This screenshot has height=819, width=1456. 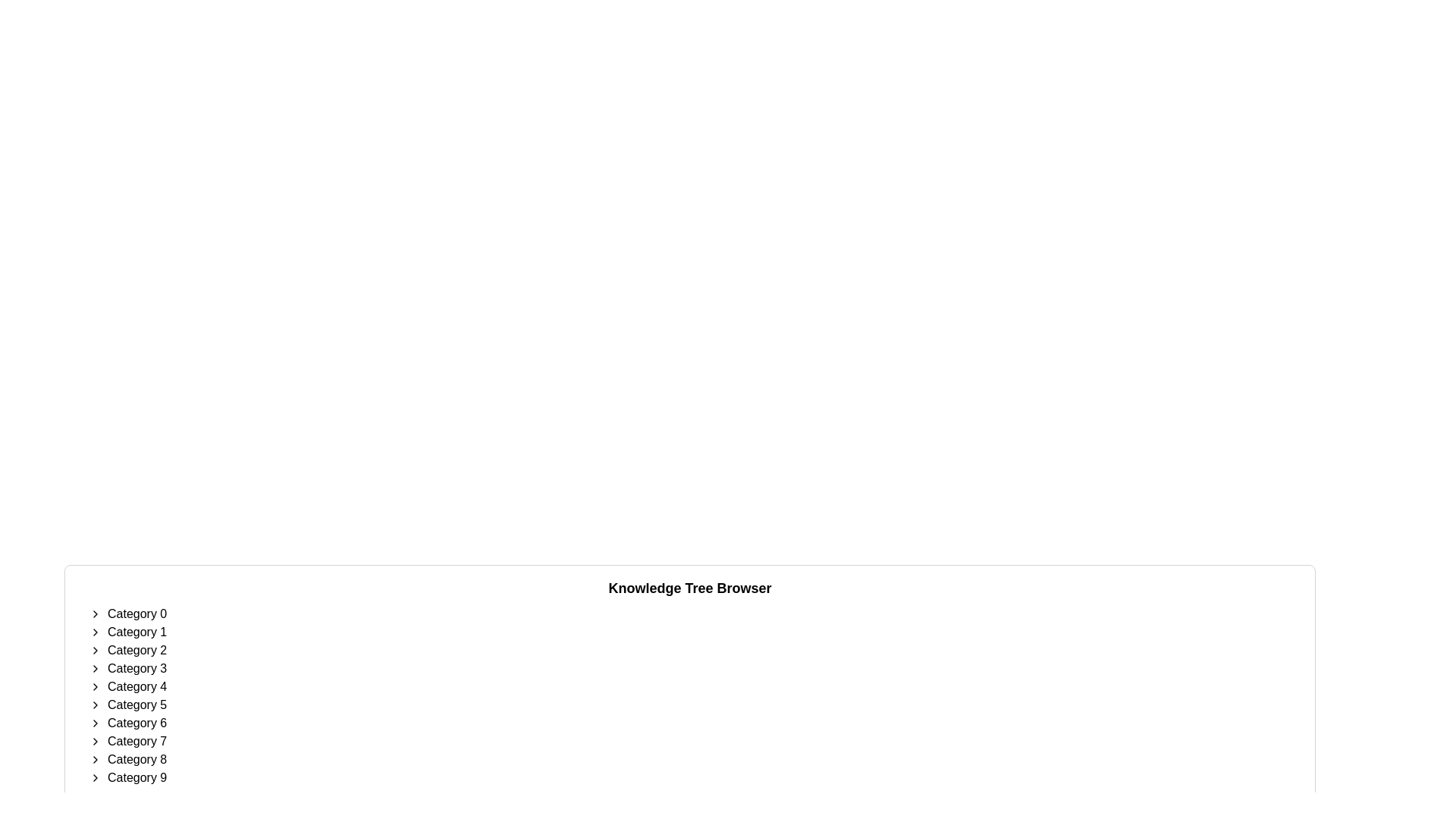 I want to click on the icon that serves as an indicator for expanding or collapsing content related to 'Category 5', located to the left of the 'Category 5' text, so click(x=94, y=704).